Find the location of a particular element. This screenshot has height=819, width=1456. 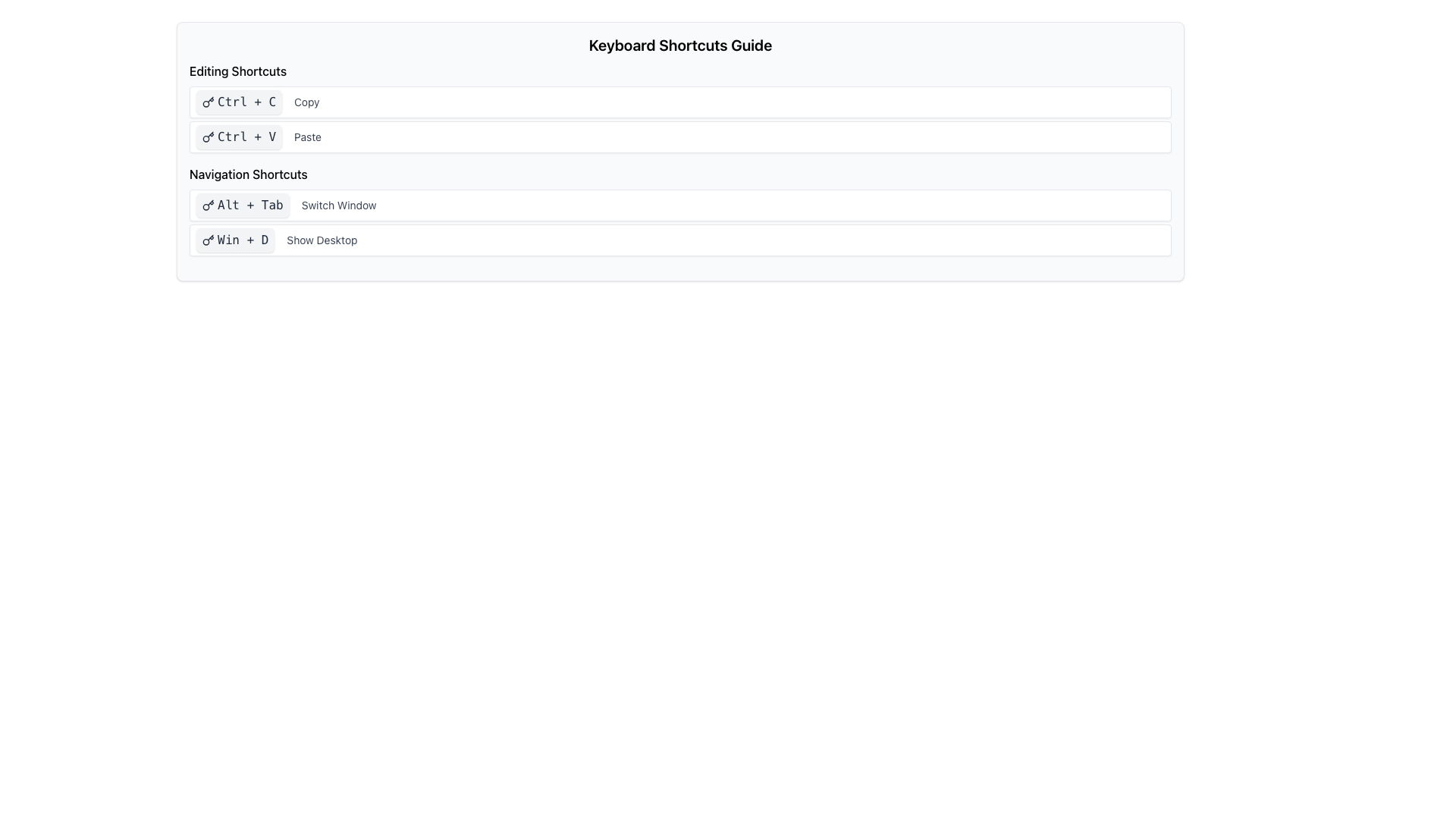

the 'Show Desktop' label displayed in small gray font located beneath 'Win + D' in the bottom row under the 'Navigation Shortcuts' section is located at coordinates (321, 239).